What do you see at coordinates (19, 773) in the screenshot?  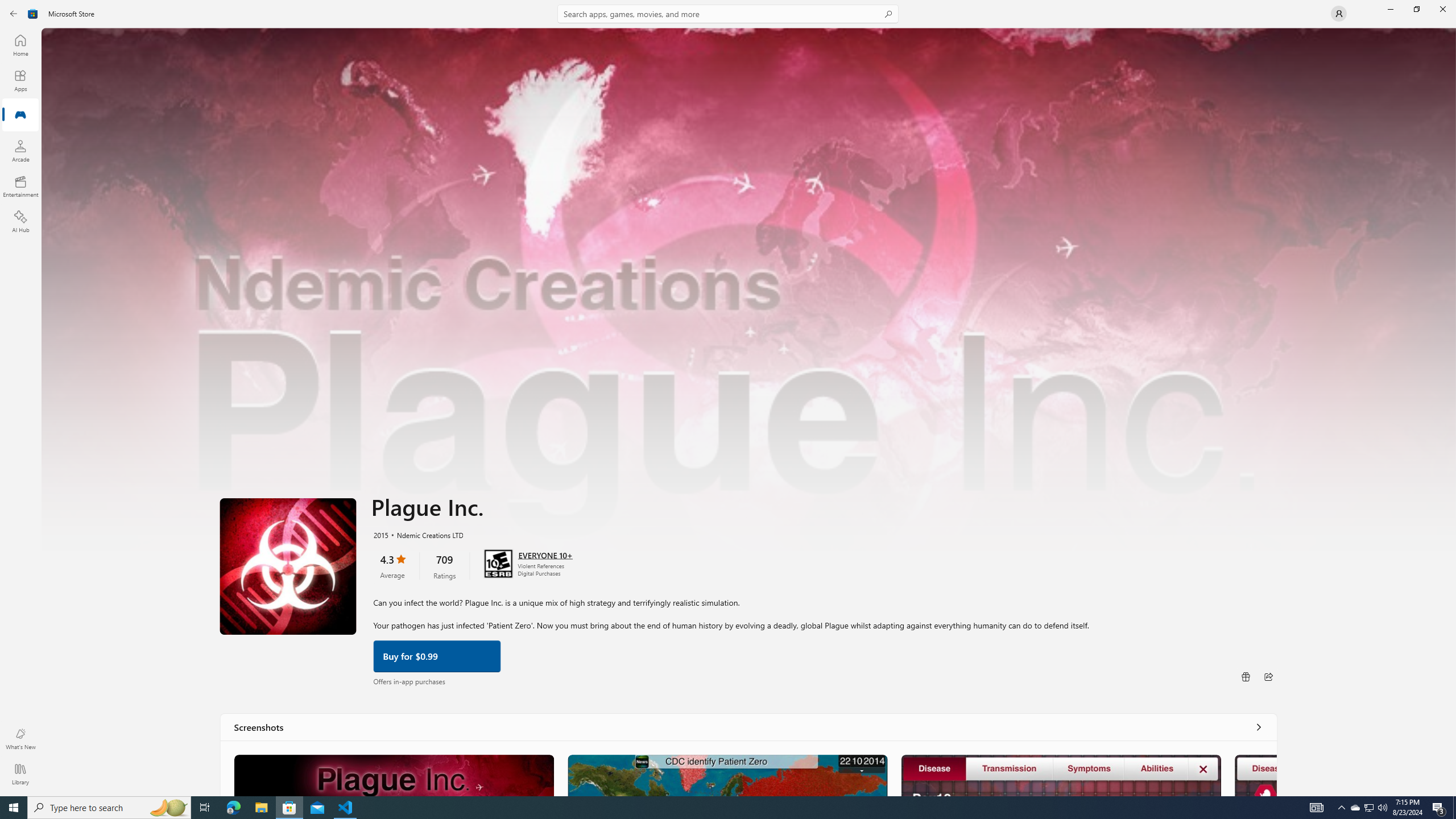 I see `'Library'` at bounding box center [19, 773].